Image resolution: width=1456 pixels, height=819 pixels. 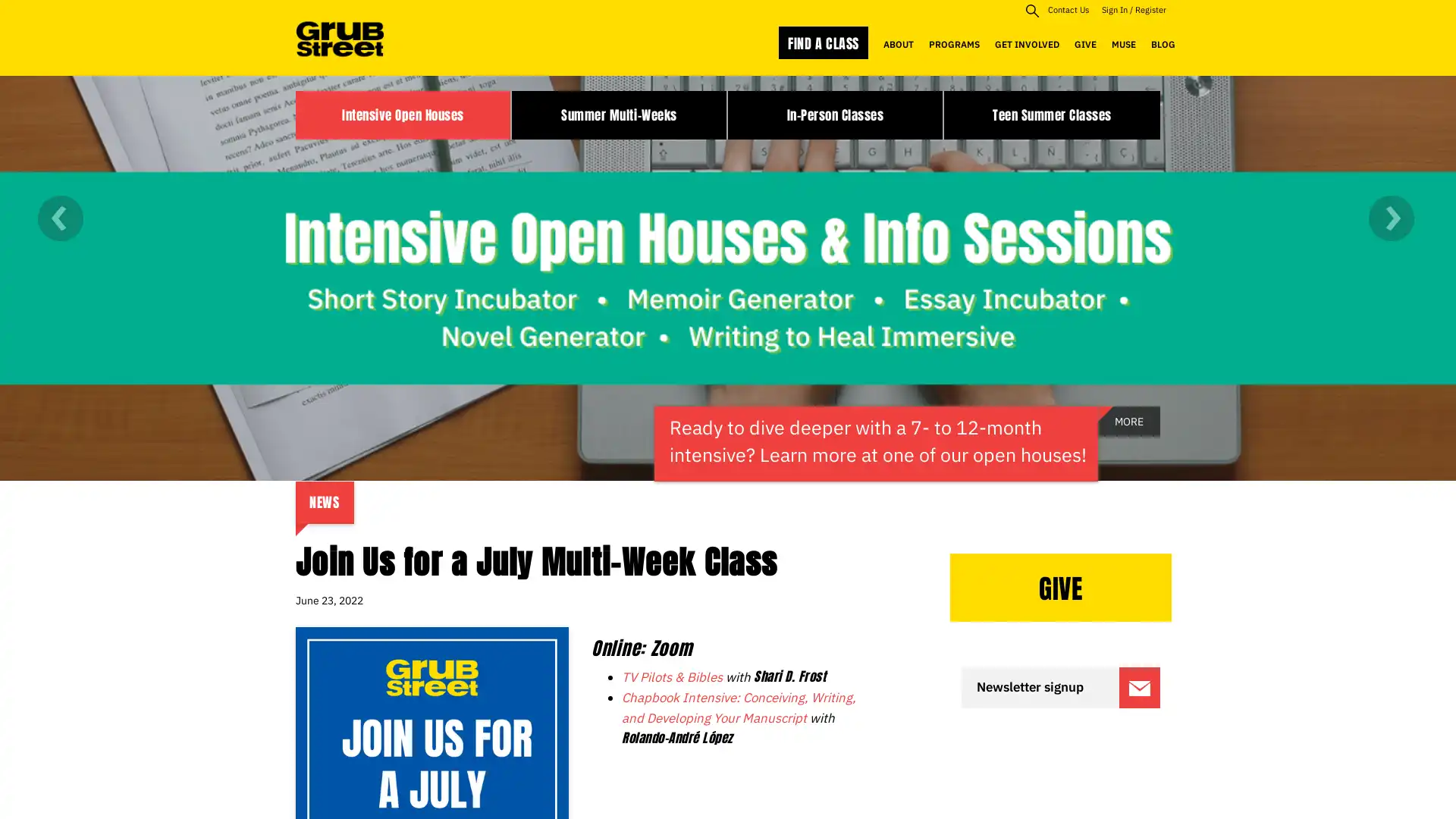 I want to click on site search, so click(x=1031, y=10).